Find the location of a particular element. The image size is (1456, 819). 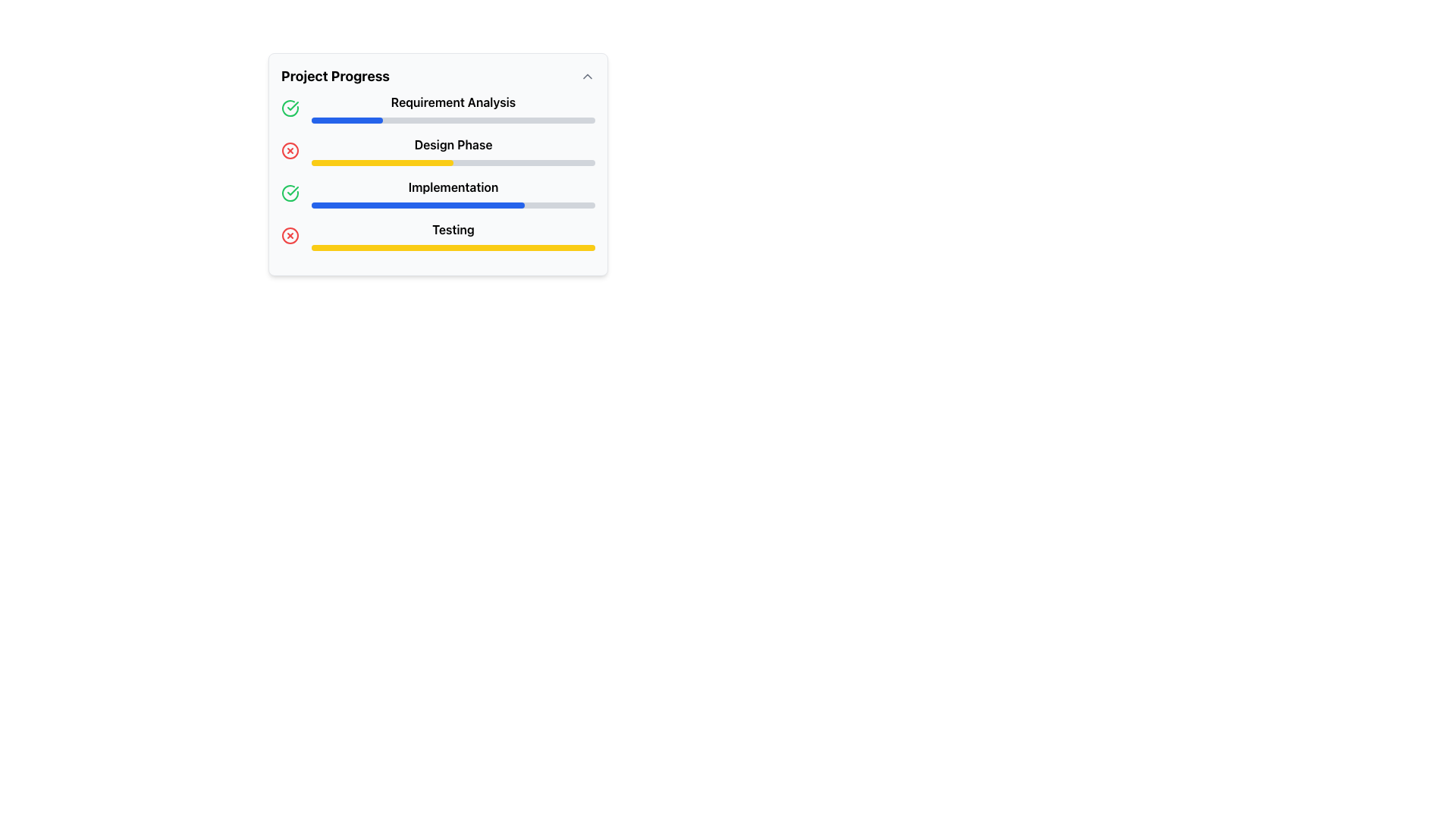

text content of the label that reads 'Design Phase', which is styled in bold font and positioned above a yellow progress bar is located at coordinates (453, 151).